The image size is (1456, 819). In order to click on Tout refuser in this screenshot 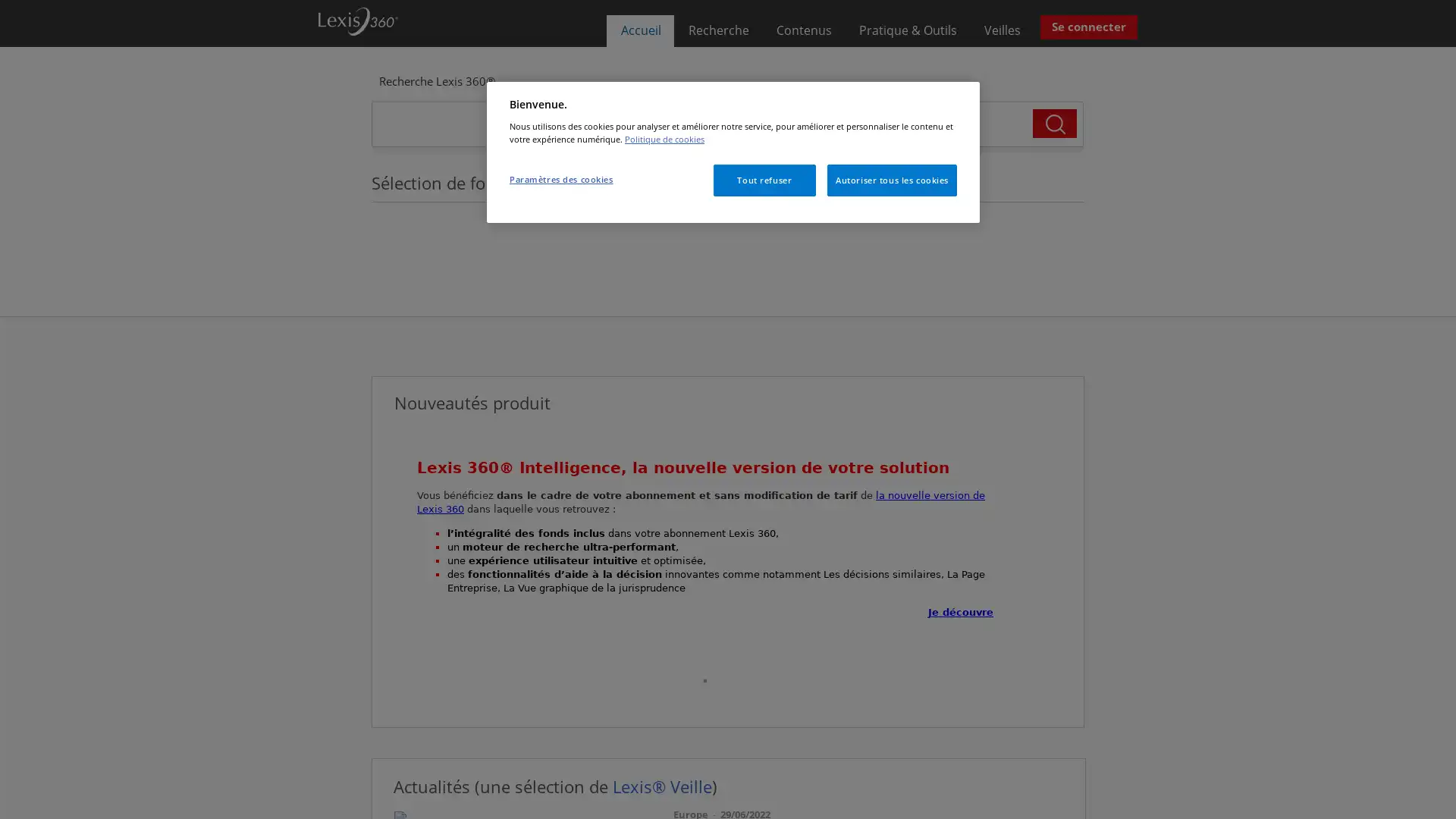, I will do `click(764, 178)`.